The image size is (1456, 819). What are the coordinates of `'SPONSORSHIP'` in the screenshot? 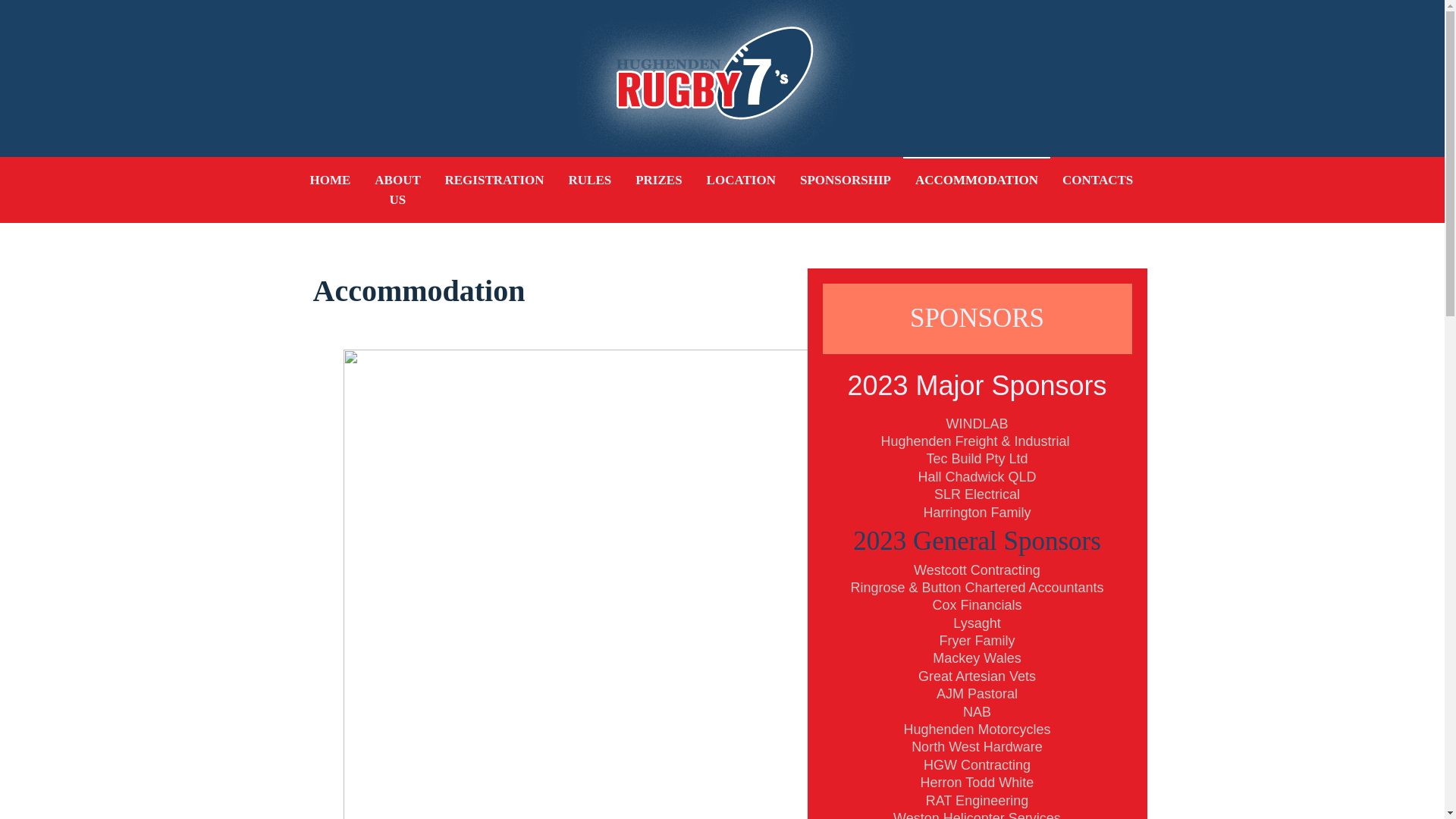 It's located at (787, 180).